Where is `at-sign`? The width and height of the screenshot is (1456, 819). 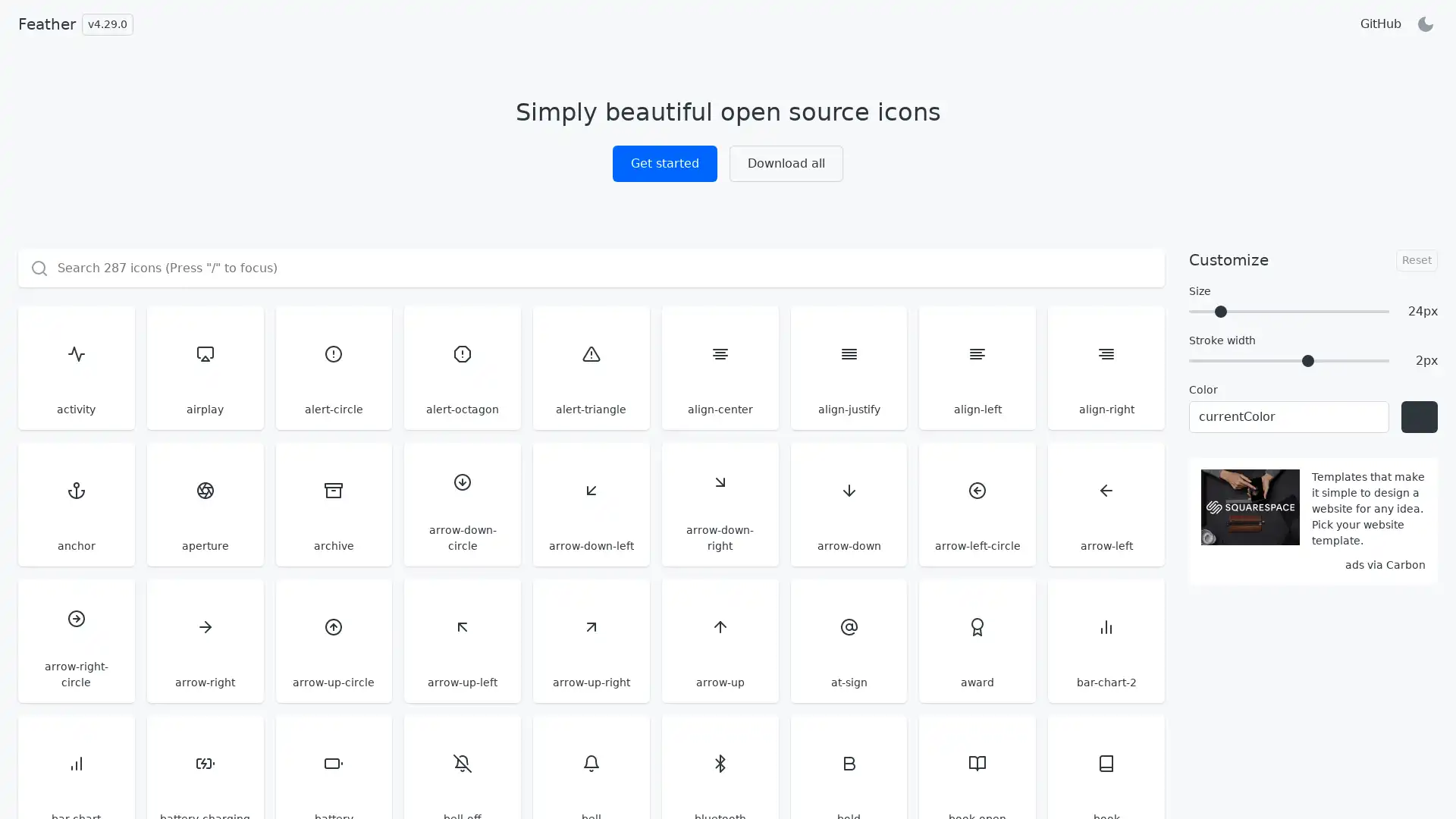 at-sign is located at coordinates (847, 640).